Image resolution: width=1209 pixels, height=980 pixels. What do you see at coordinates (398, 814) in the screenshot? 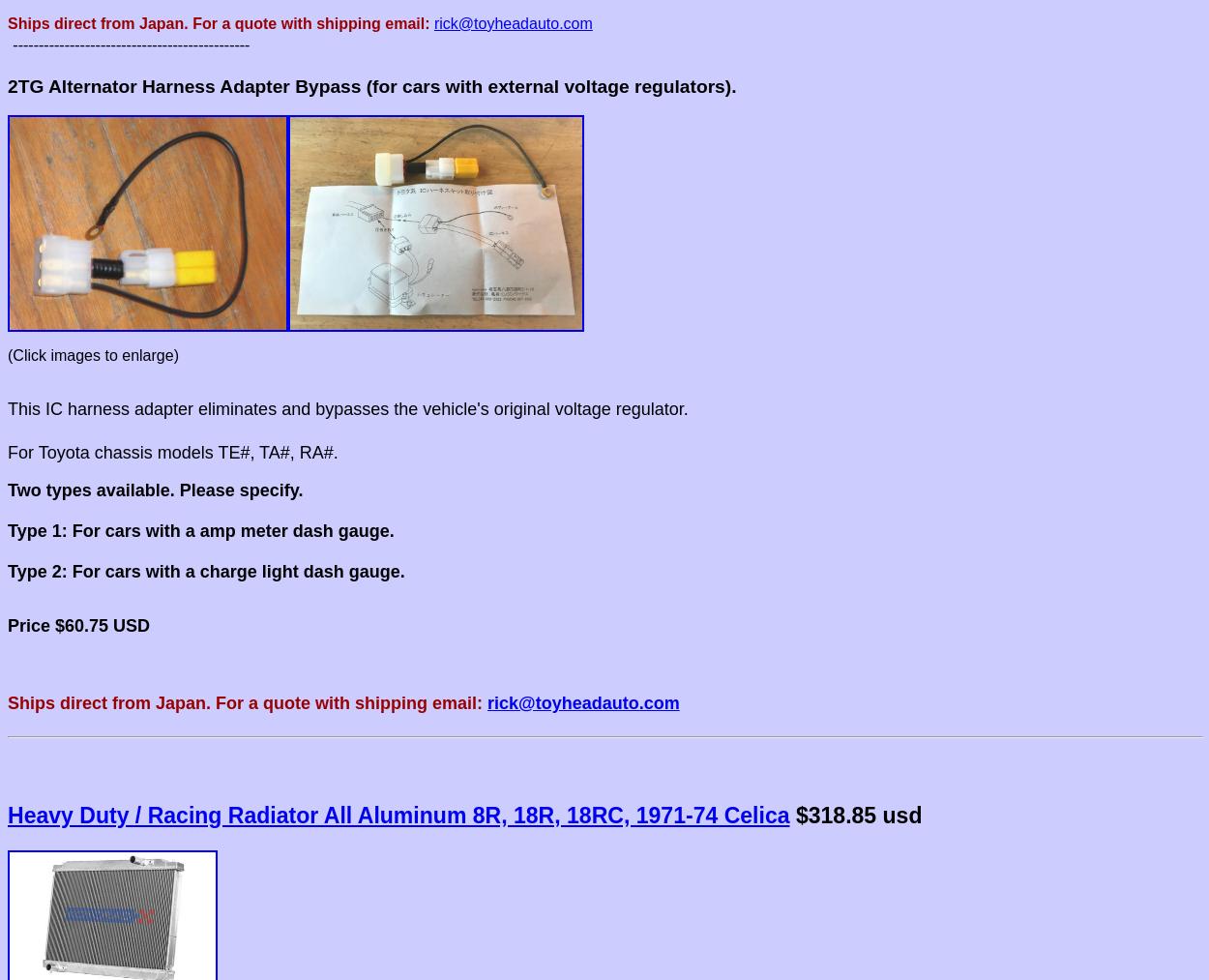
I see `'Heavy Duty / Racing Radiator All Aluminum 8R, 18R, 18RC, 1971-74 Celica'` at bounding box center [398, 814].